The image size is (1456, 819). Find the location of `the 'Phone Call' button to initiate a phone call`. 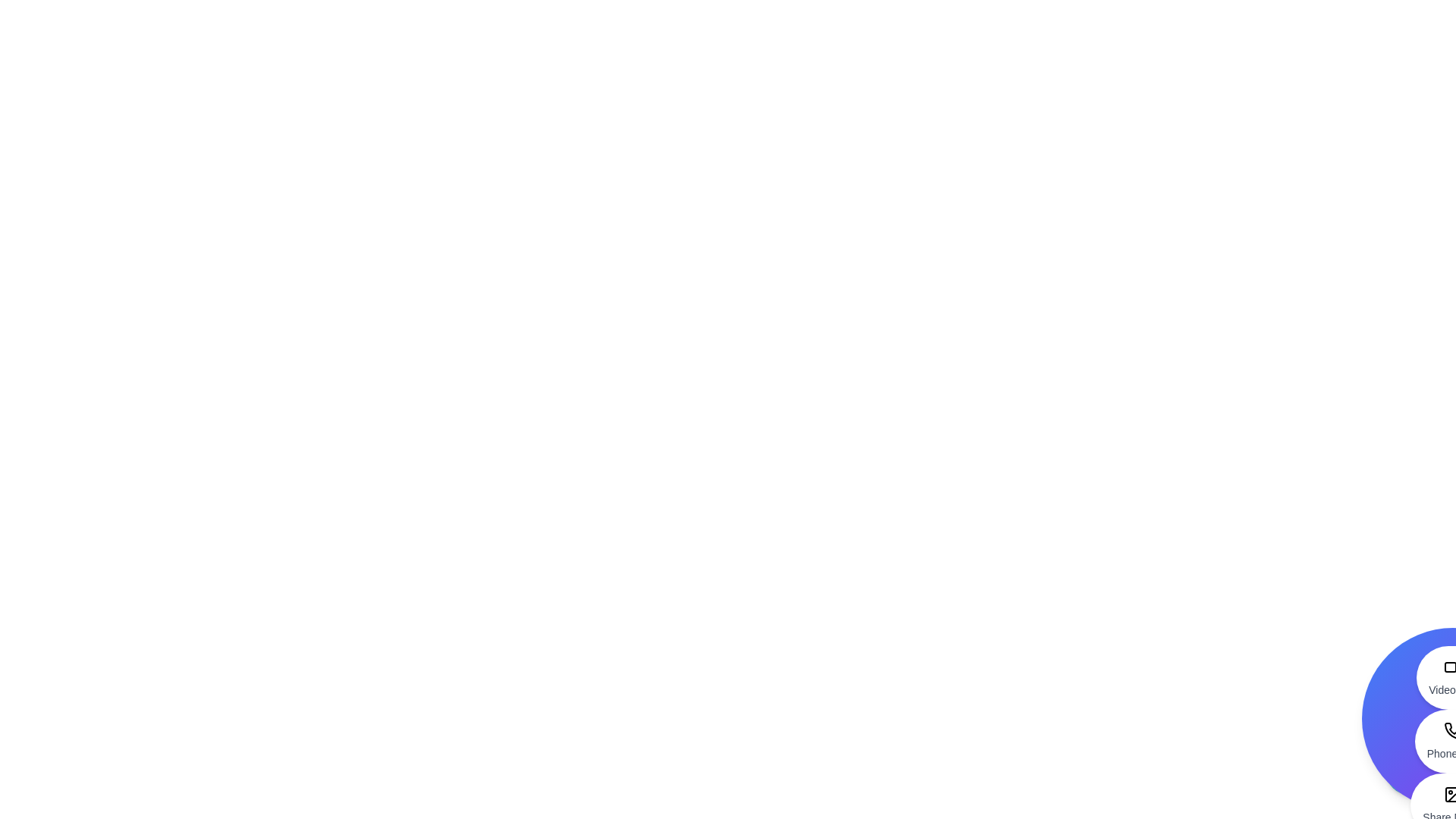

the 'Phone Call' button to initiate a phone call is located at coordinates (1451, 741).